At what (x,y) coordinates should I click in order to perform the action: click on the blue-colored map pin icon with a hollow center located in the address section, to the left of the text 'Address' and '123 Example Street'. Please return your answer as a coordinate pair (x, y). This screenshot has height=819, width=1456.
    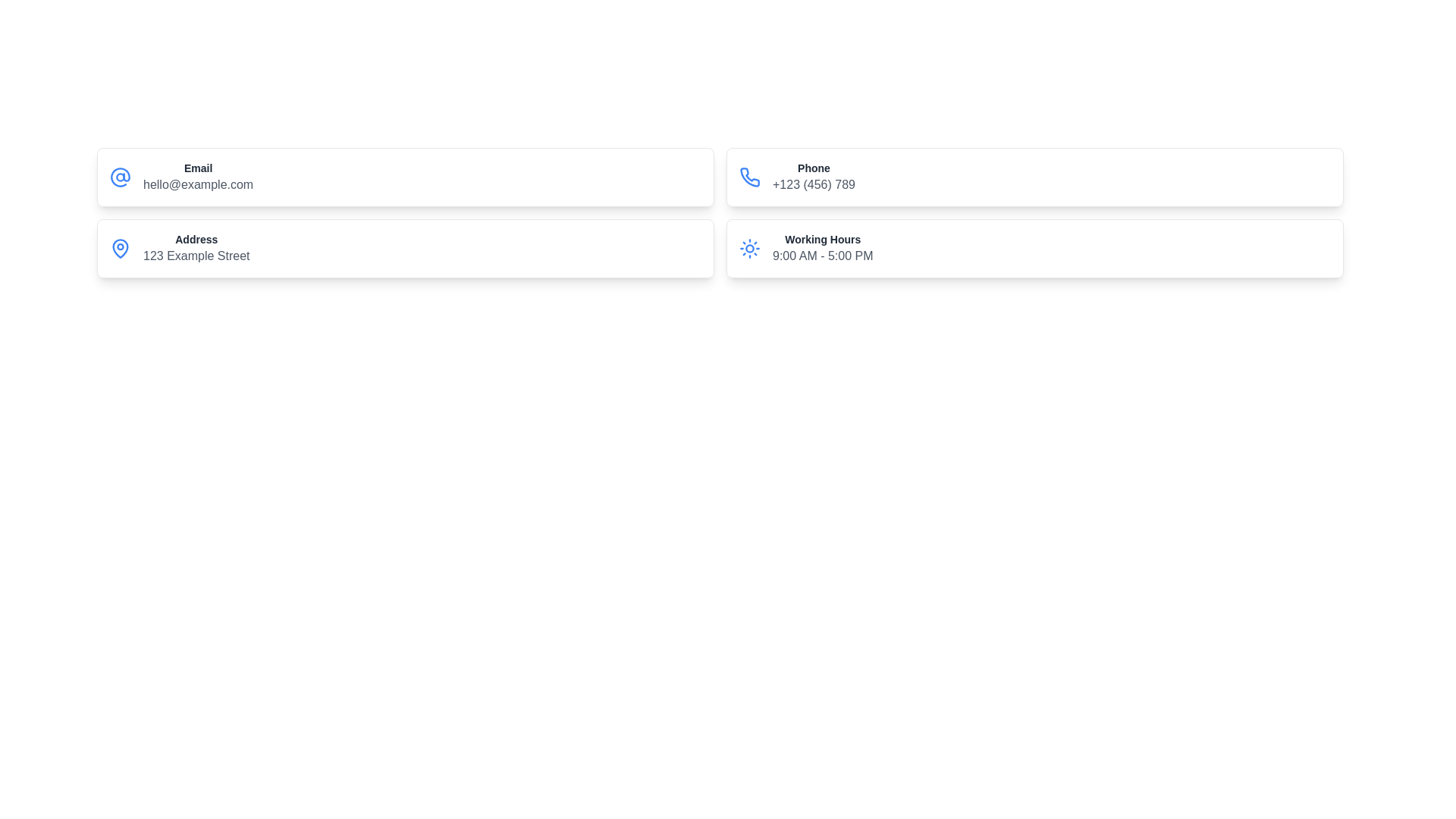
    Looking at the image, I should click on (119, 247).